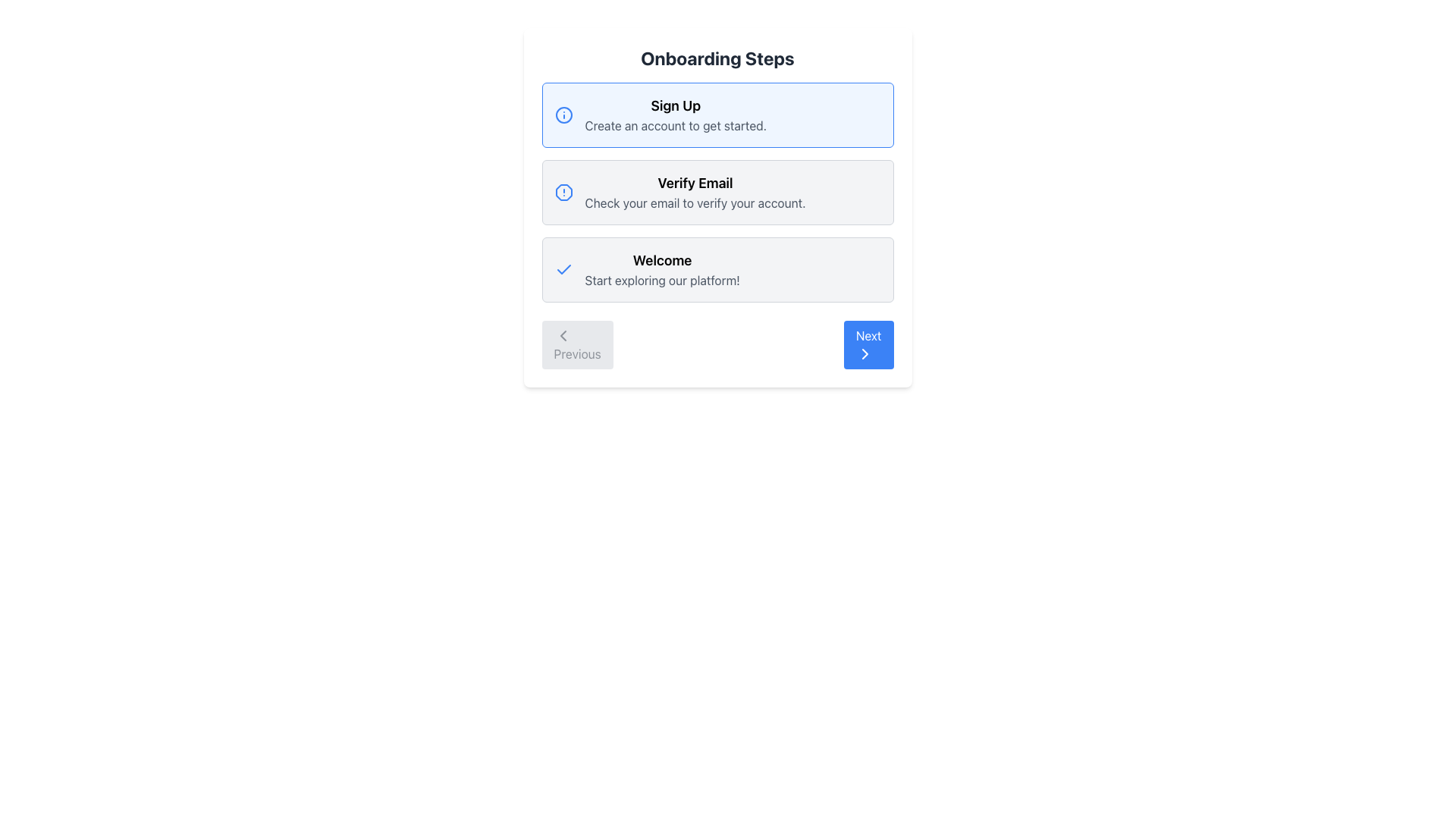  Describe the element at coordinates (675, 105) in the screenshot. I see `the Text Label that serves as the title for the onboarding step, positioned above the text 'Create an account to get started.'` at that location.